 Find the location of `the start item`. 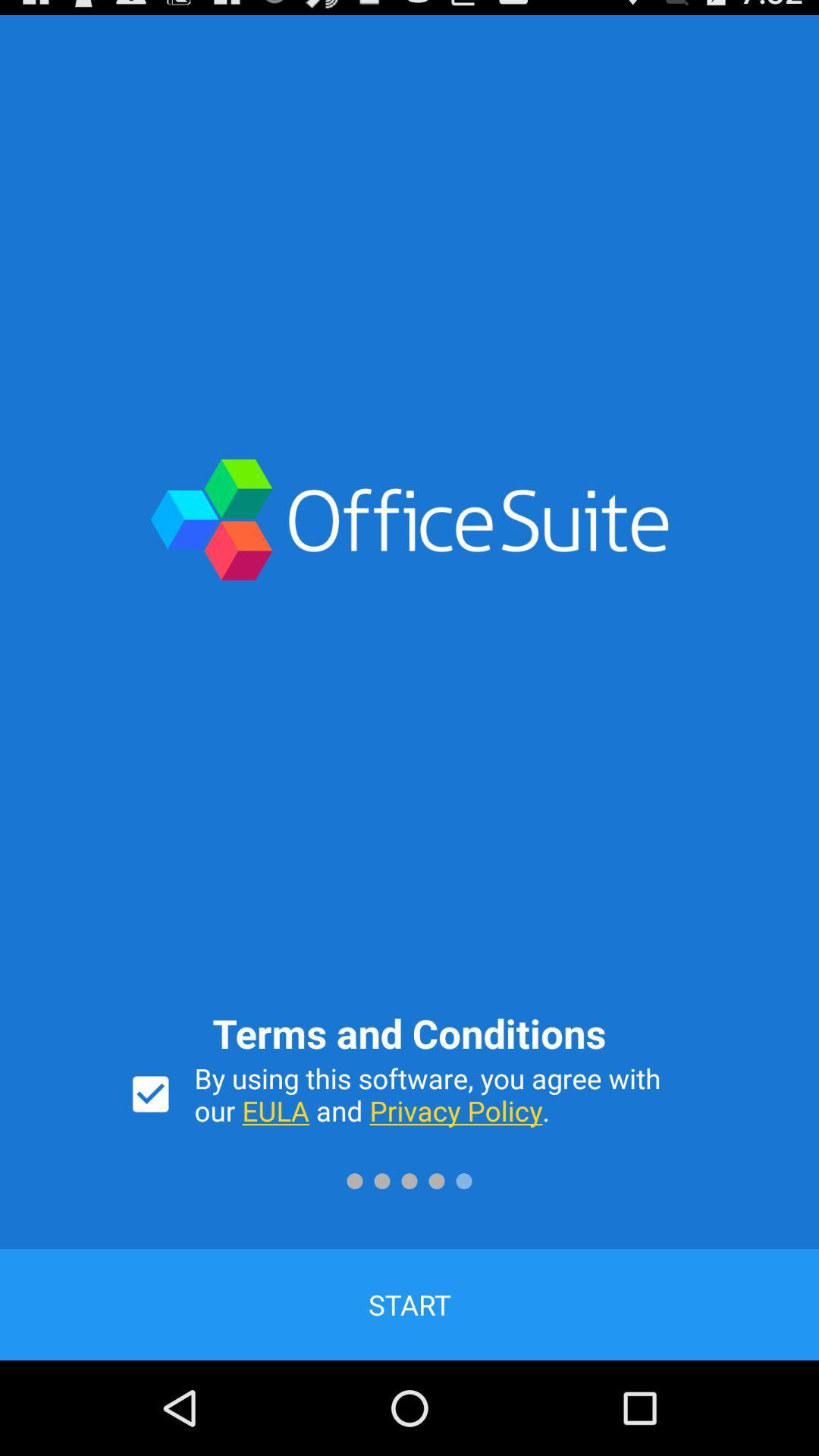

the start item is located at coordinates (409, 1304).